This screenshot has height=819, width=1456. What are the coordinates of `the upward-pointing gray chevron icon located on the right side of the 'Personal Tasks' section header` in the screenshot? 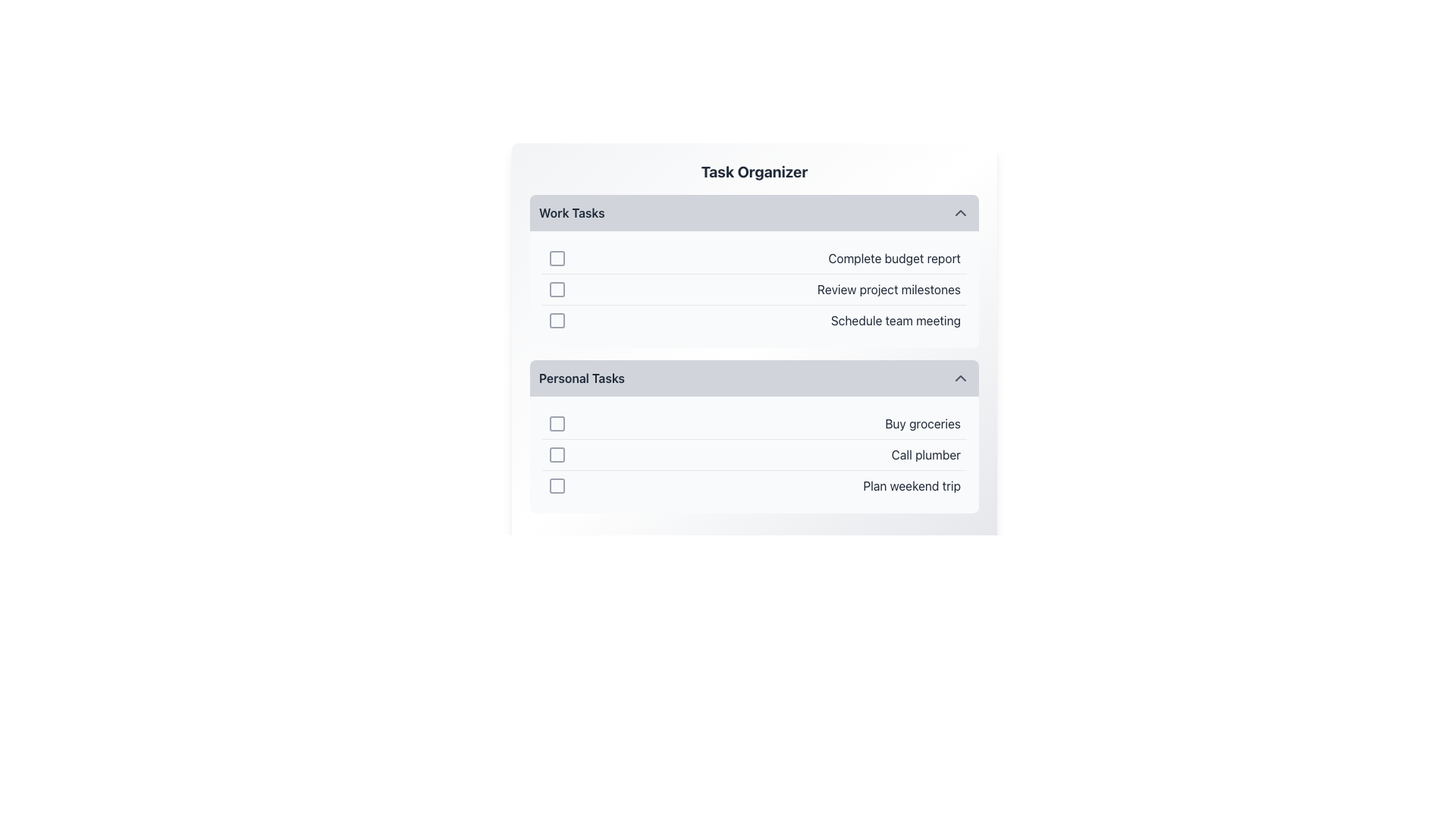 It's located at (960, 377).